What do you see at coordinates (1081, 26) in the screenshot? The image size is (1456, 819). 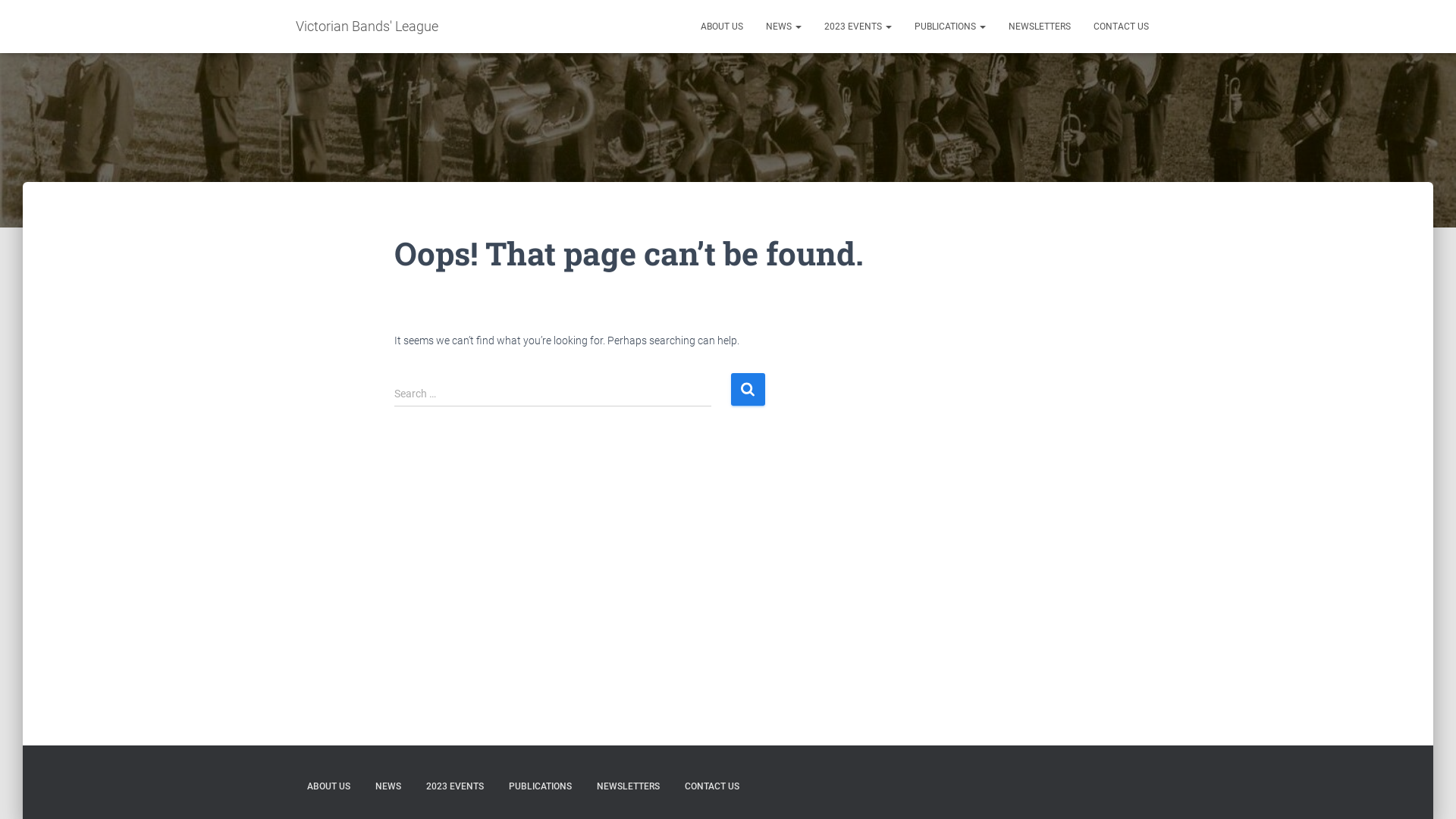 I see `'CONTACT US'` at bounding box center [1081, 26].